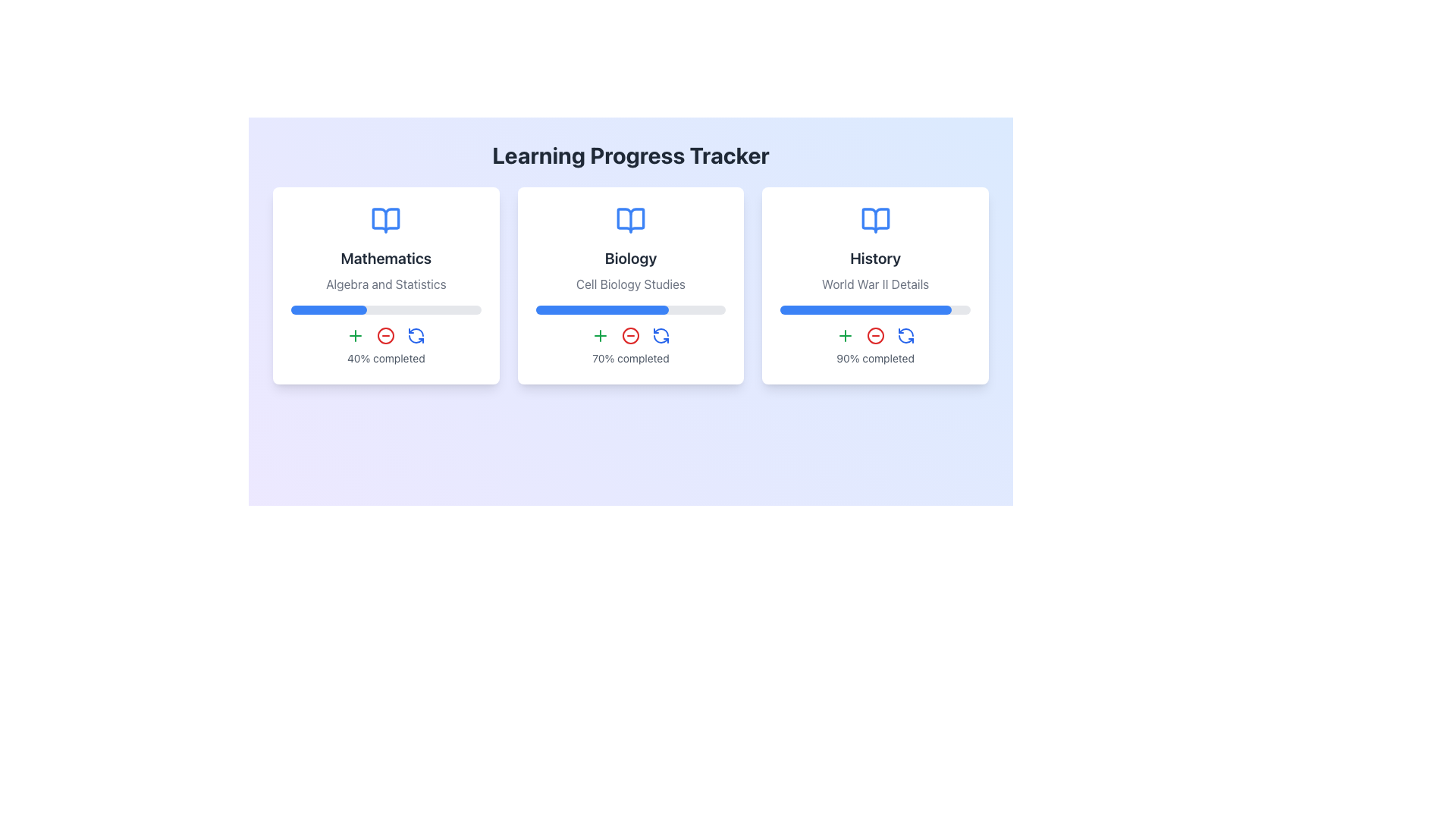  I want to click on the red icon in the horizontal icon group located in the last card, positioned below the progress bar and above the '90% completed' text, so click(875, 335).